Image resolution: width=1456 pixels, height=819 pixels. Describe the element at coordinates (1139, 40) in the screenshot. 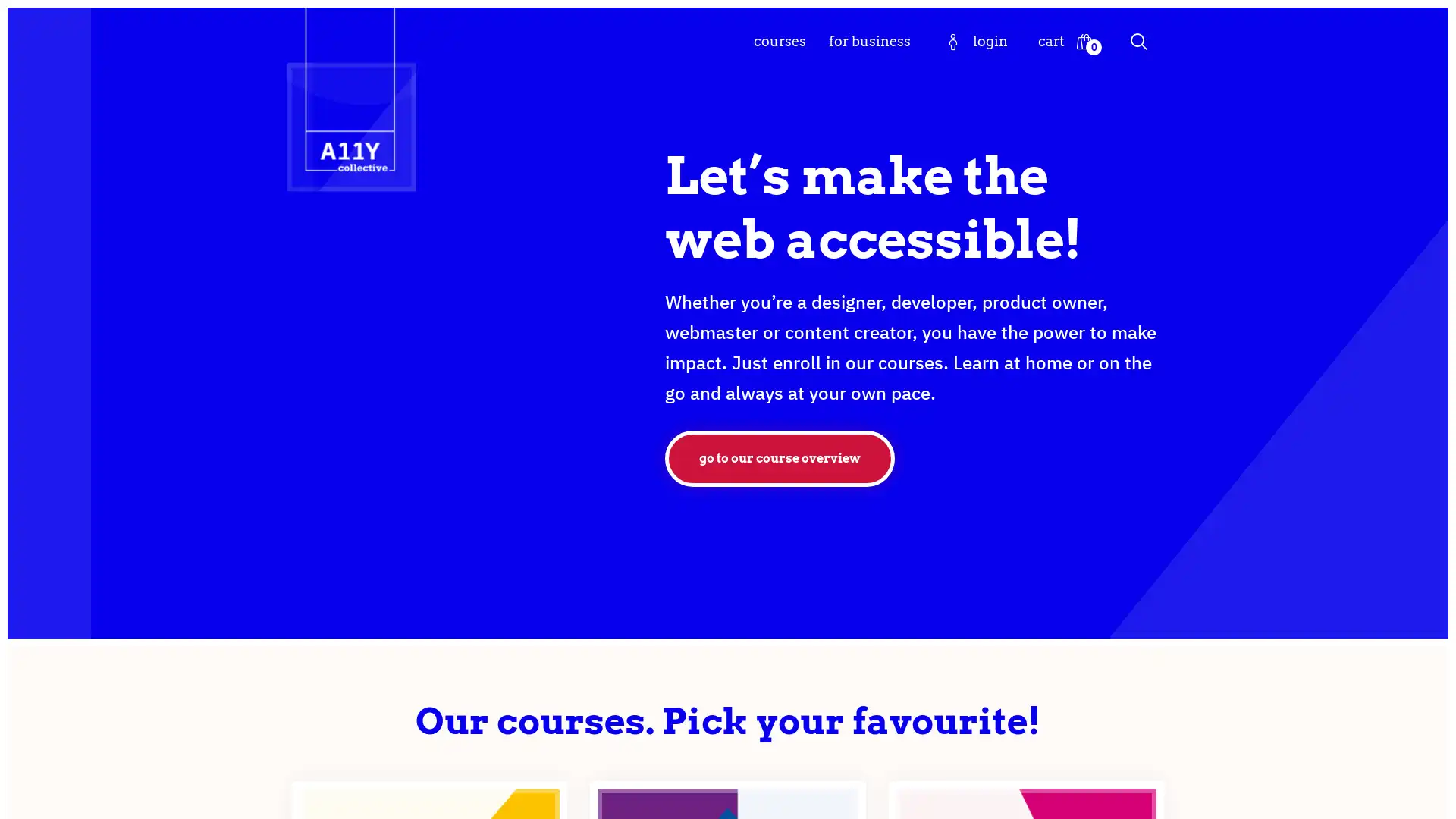

I see `Search` at that location.